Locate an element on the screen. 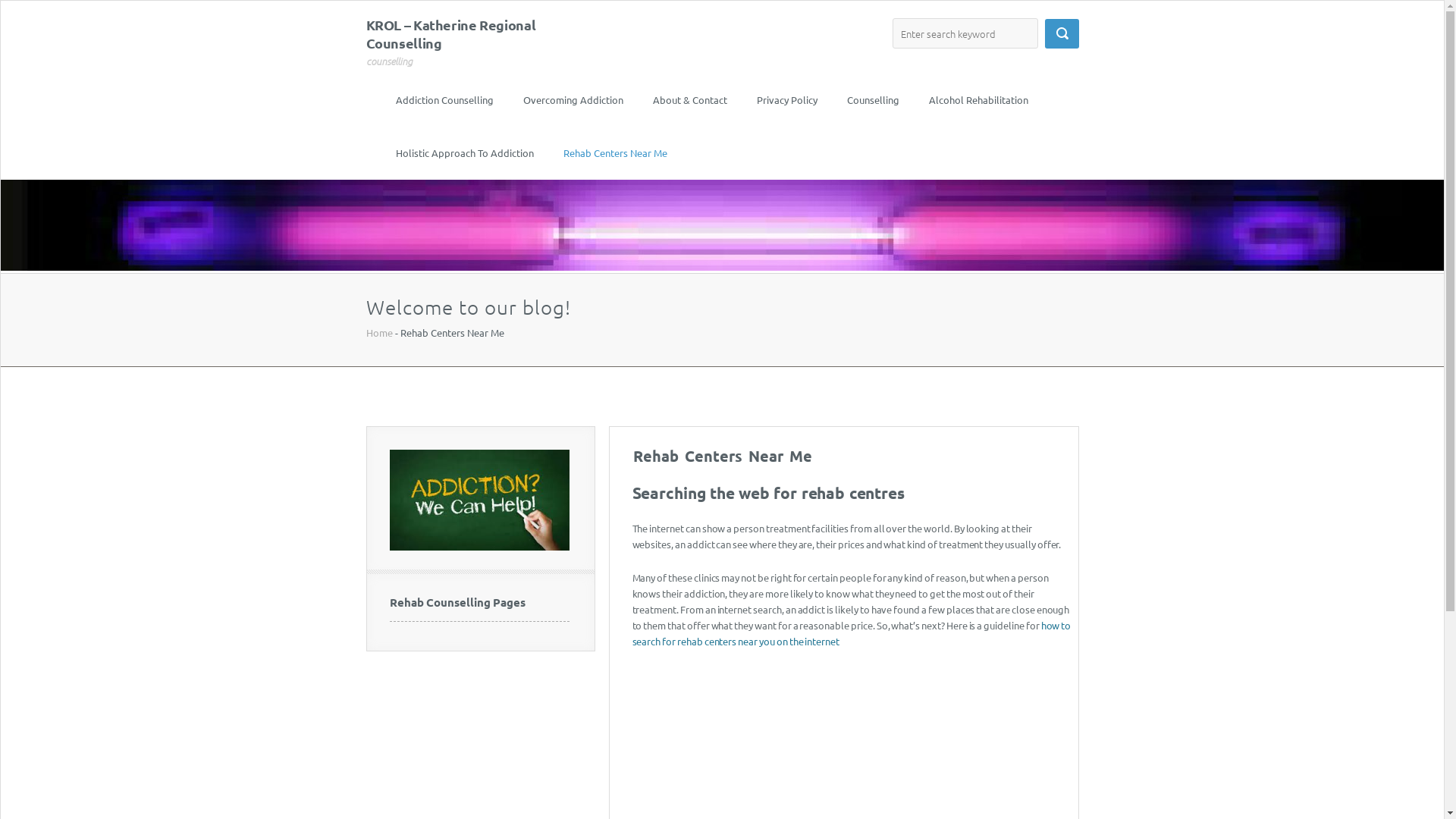 Image resolution: width=1456 pixels, height=819 pixels. 'Alcohol Rehabilitation' is located at coordinates (927, 99).